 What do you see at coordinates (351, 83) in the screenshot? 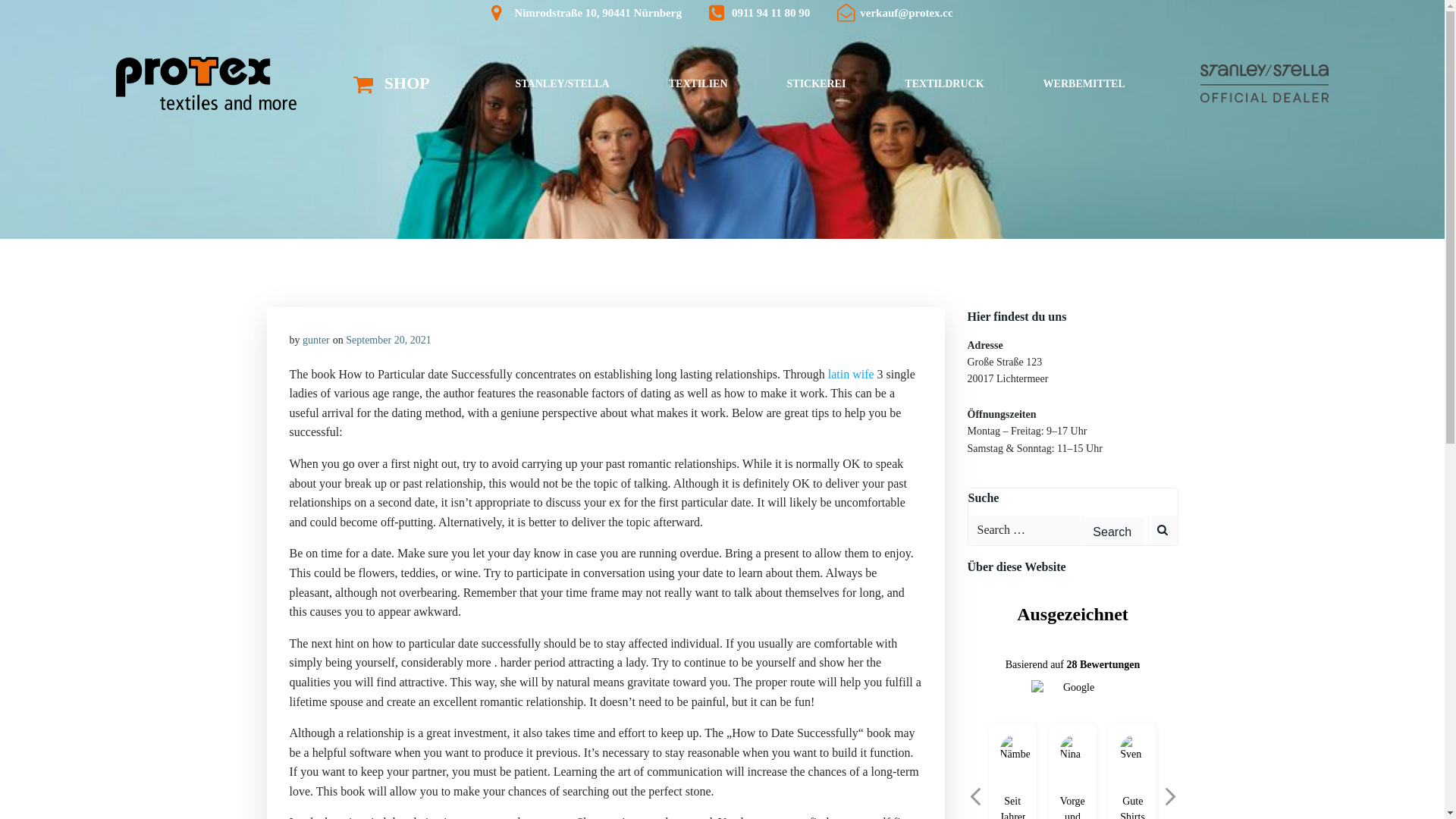
I see `'SHOP'` at bounding box center [351, 83].